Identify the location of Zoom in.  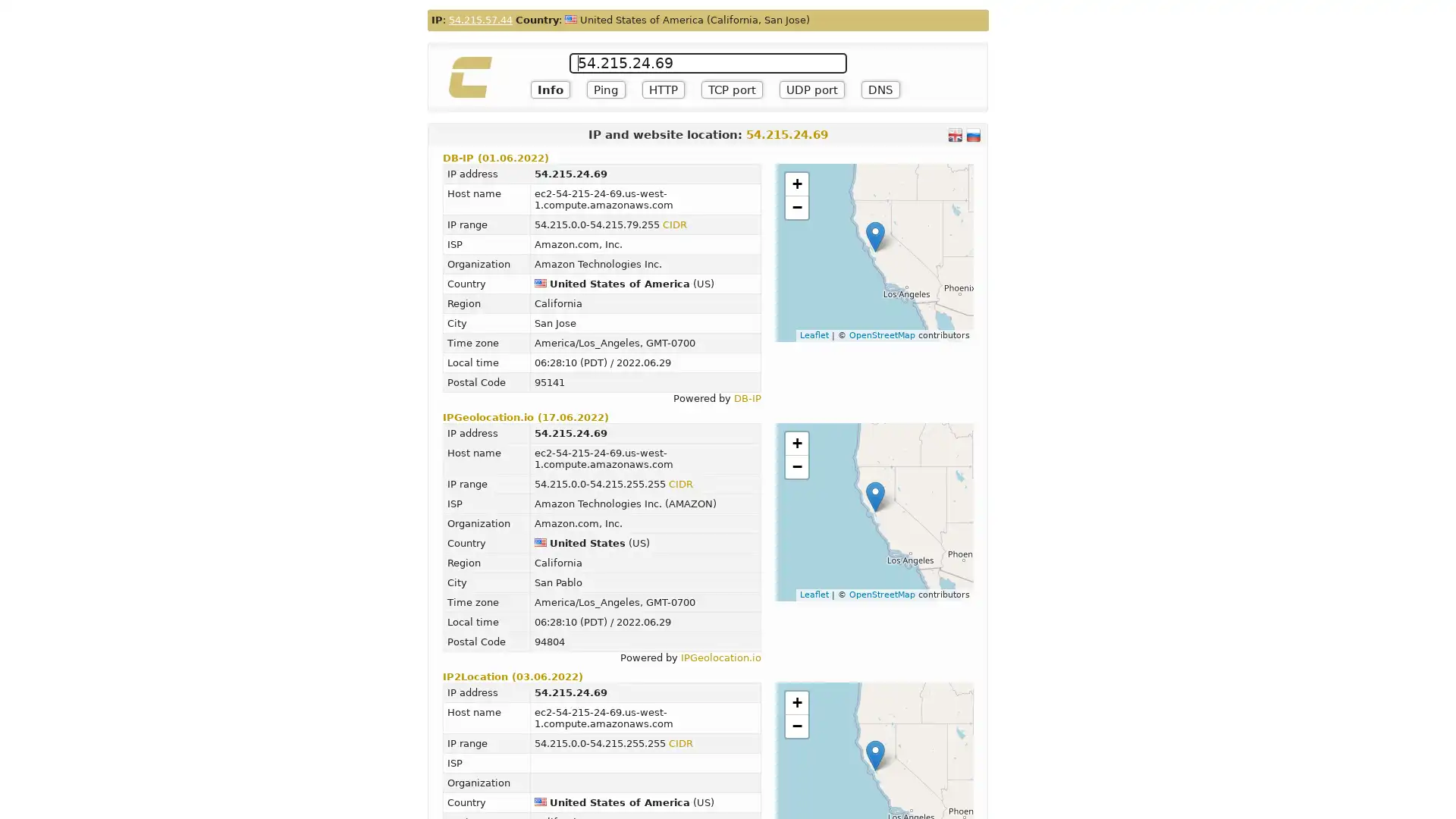
(796, 703).